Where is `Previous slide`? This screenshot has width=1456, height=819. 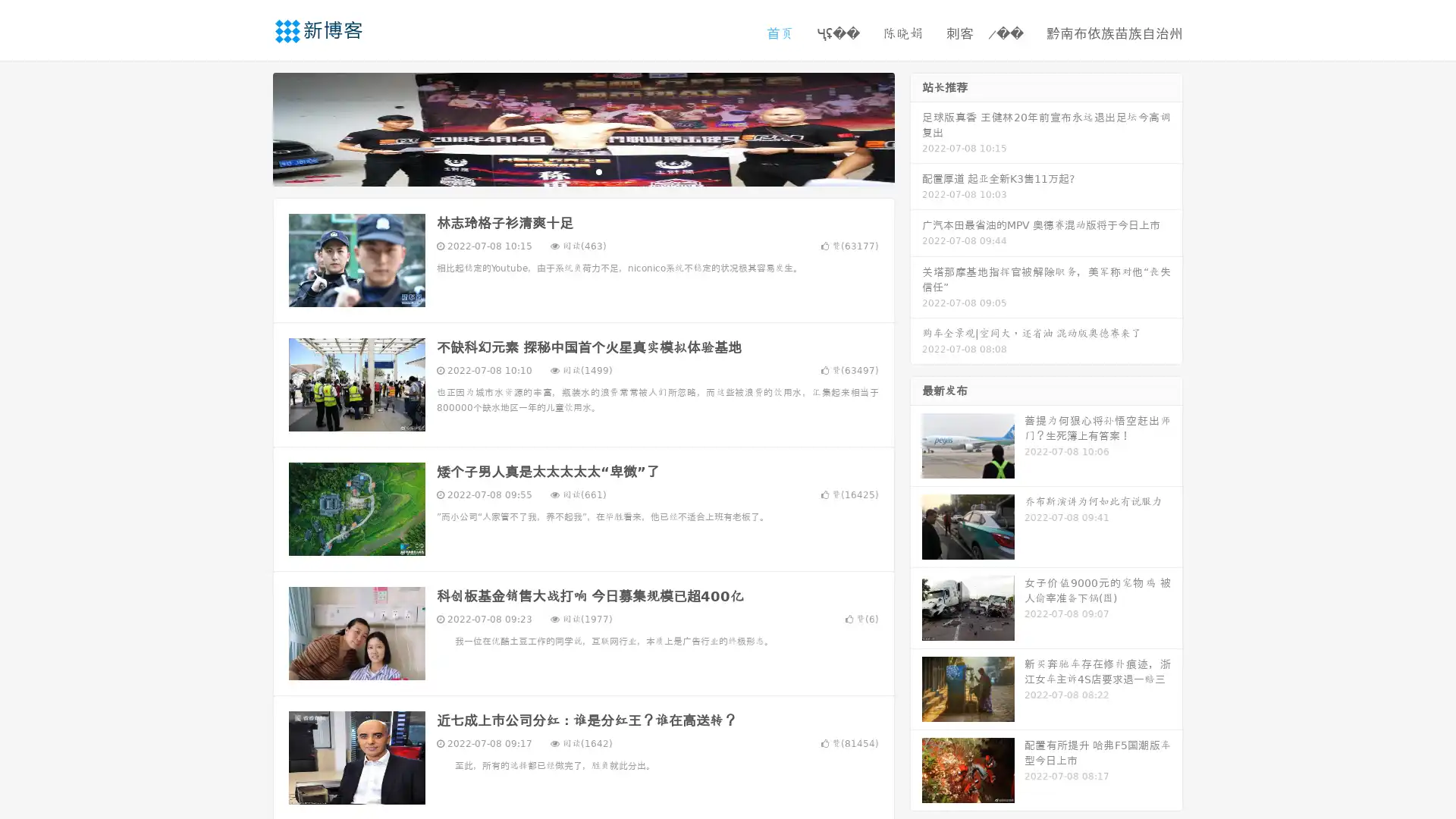 Previous slide is located at coordinates (250, 127).